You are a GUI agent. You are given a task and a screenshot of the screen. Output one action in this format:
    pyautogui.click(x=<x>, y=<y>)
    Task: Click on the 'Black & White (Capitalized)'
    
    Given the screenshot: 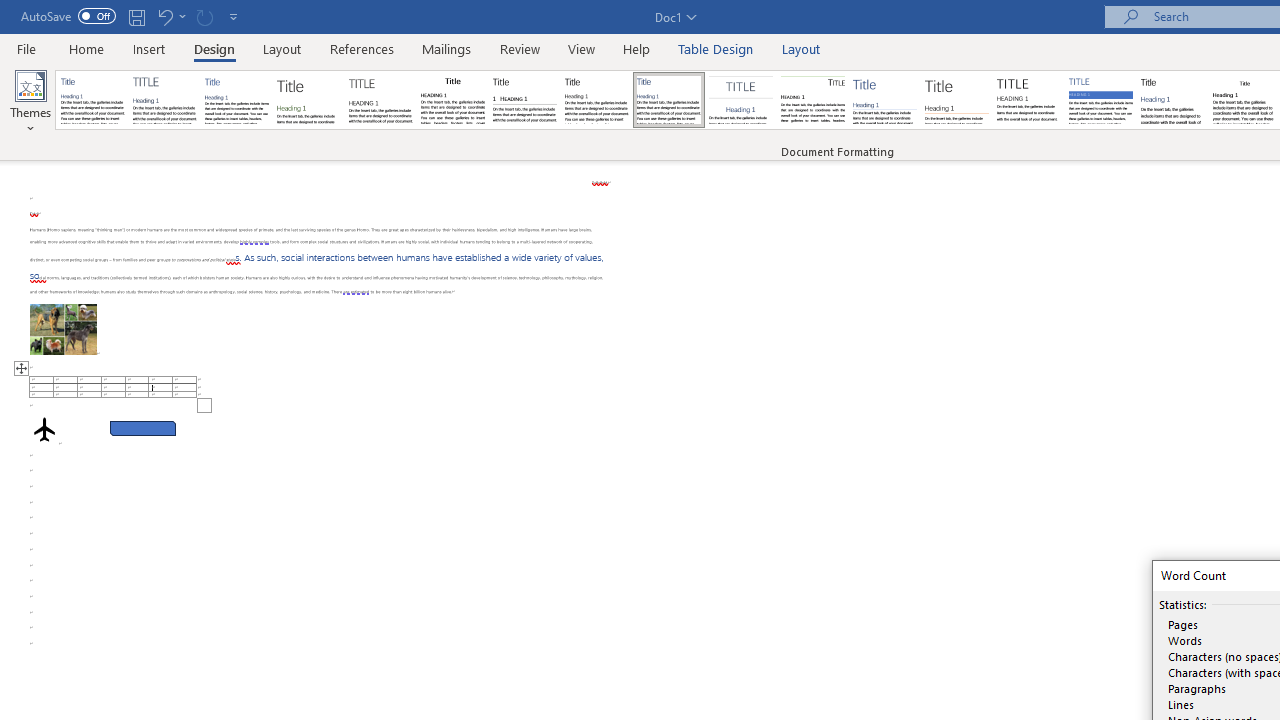 What is the action you would take?
    pyautogui.click(x=381, y=100)
    